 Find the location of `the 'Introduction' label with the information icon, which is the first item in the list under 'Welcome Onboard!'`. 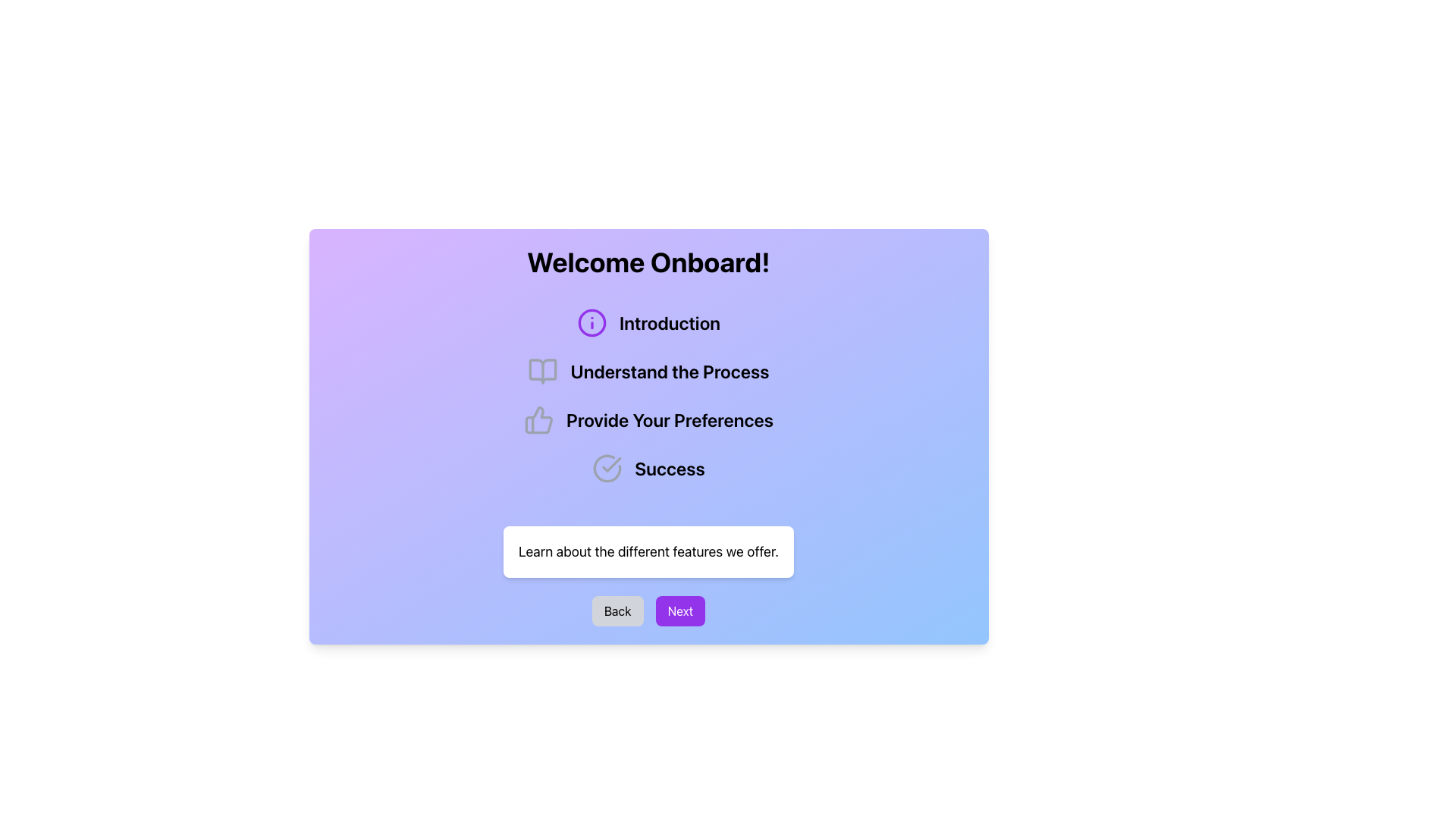

the 'Introduction' label with the information icon, which is the first item in the list under 'Welcome Onboard!' is located at coordinates (648, 322).